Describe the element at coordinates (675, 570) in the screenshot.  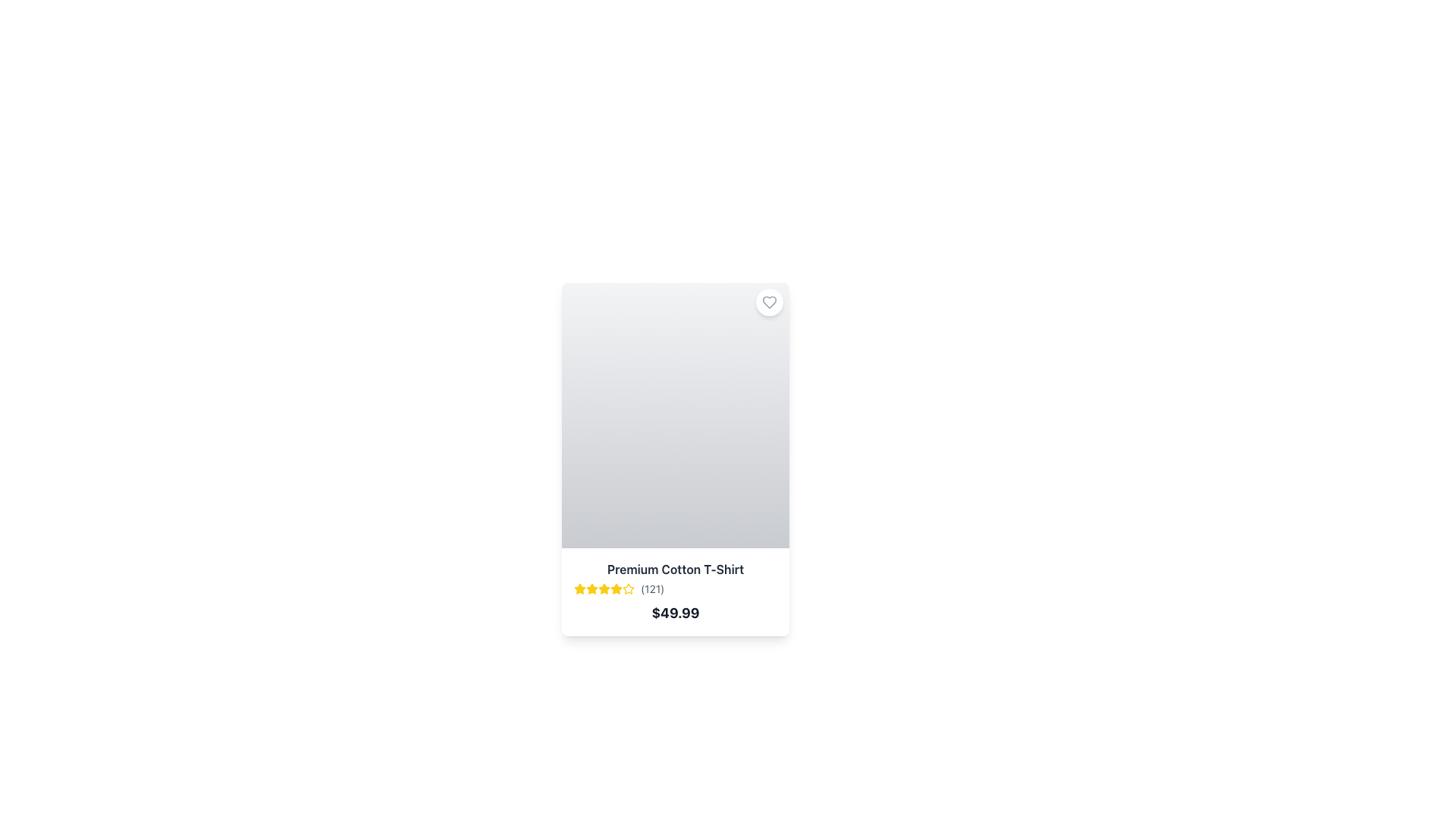
I see `the text label displaying 'Premium Cotton T-Shirt' which is prominently positioned in the product card layout` at that location.